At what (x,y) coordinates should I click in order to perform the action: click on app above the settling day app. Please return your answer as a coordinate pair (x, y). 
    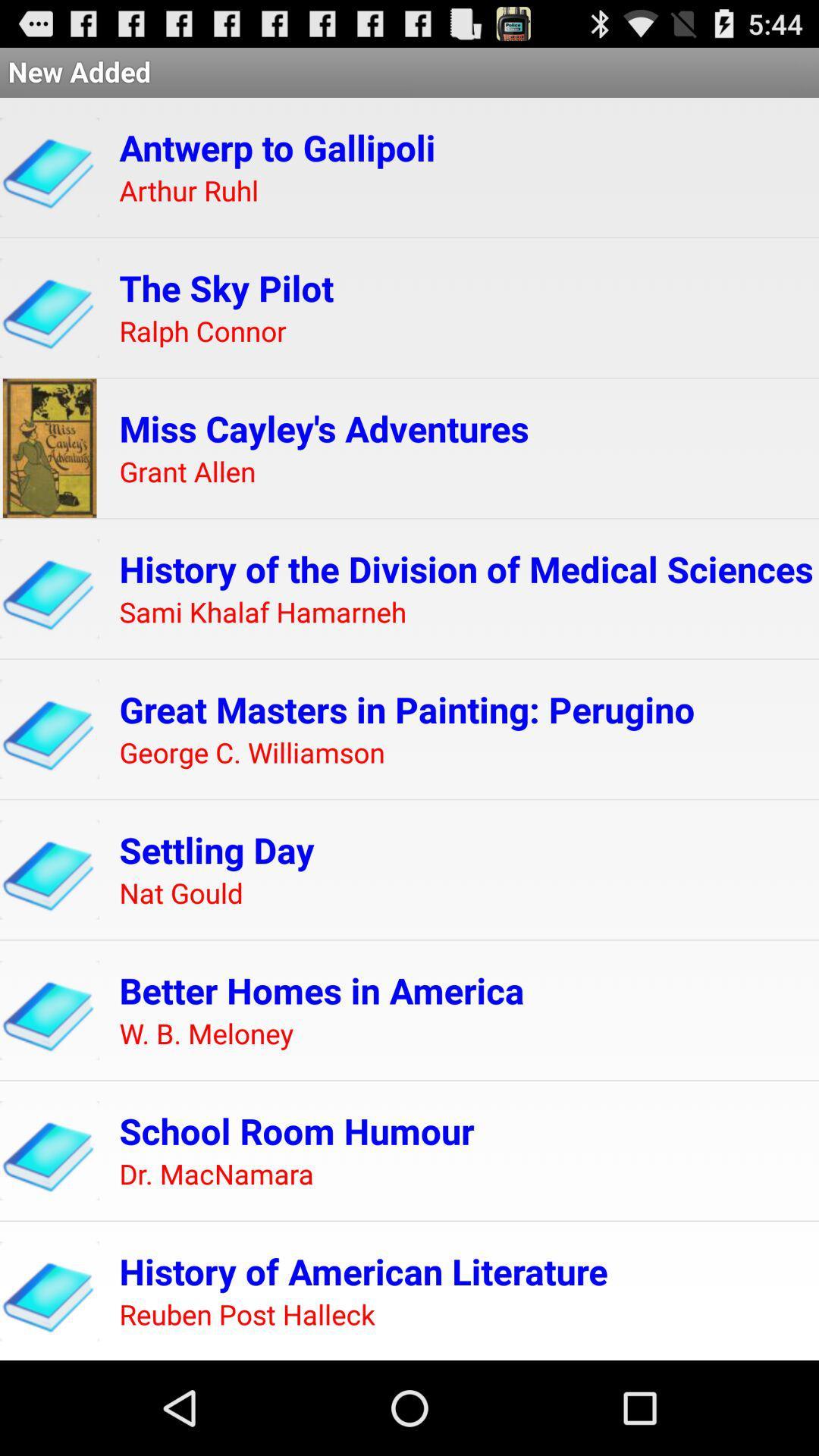
    Looking at the image, I should click on (251, 753).